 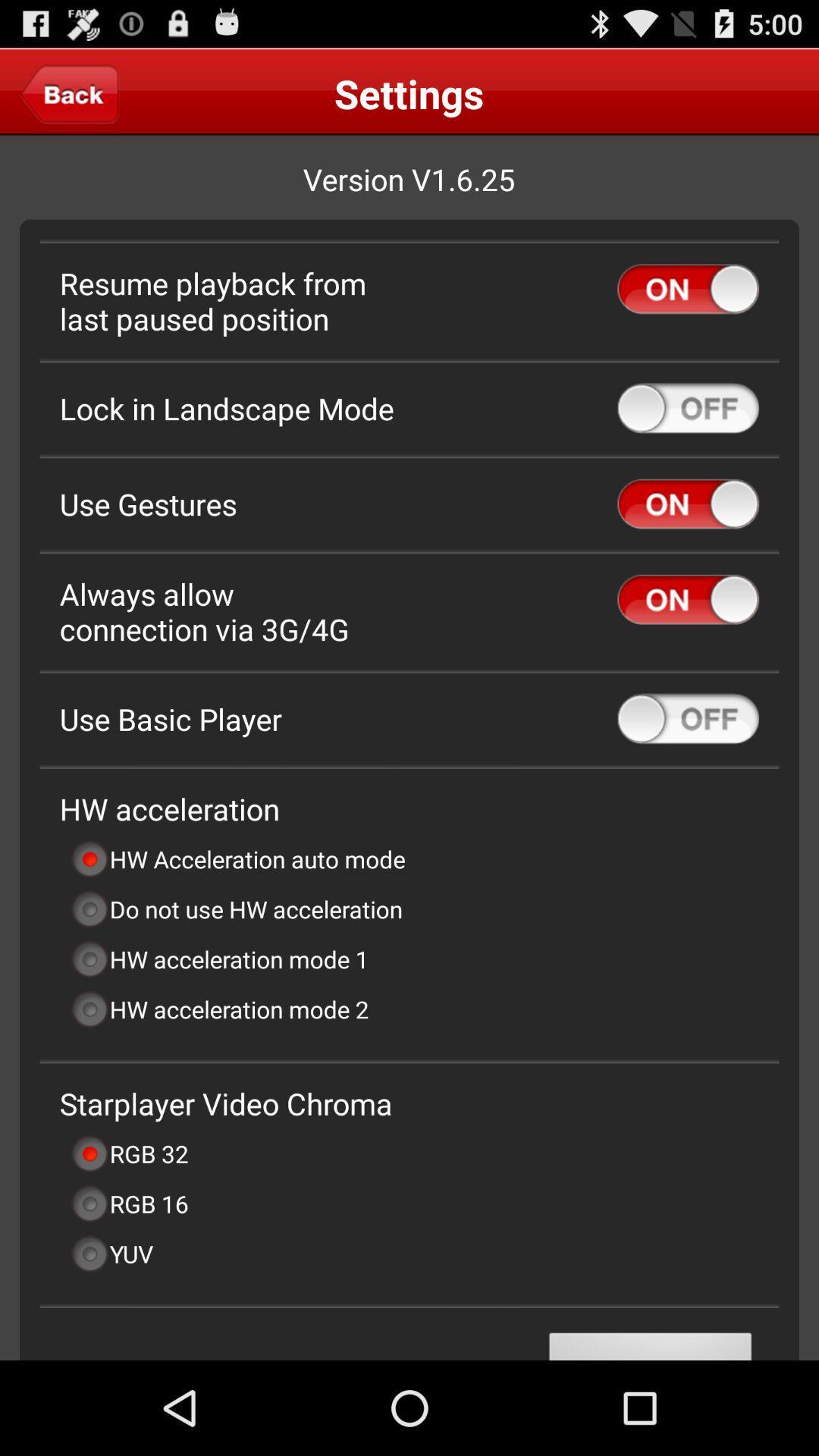 What do you see at coordinates (688, 504) in the screenshot?
I see `use gestures` at bounding box center [688, 504].